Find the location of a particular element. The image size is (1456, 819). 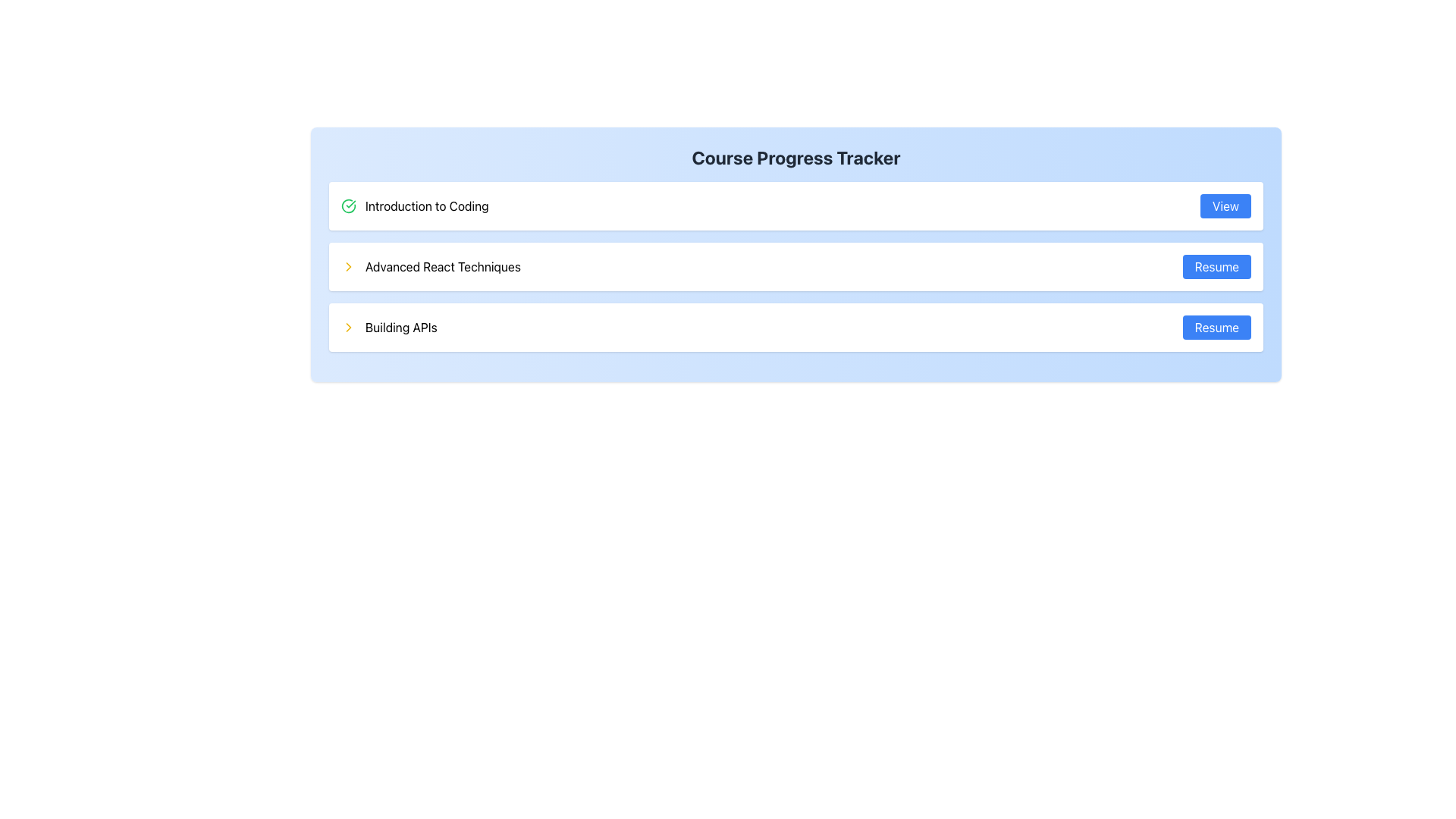

the 'Resume' button with a blue background and white text, located on the right side of the third row in the 'Building APIs' section, to change its color is located at coordinates (1216, 327).